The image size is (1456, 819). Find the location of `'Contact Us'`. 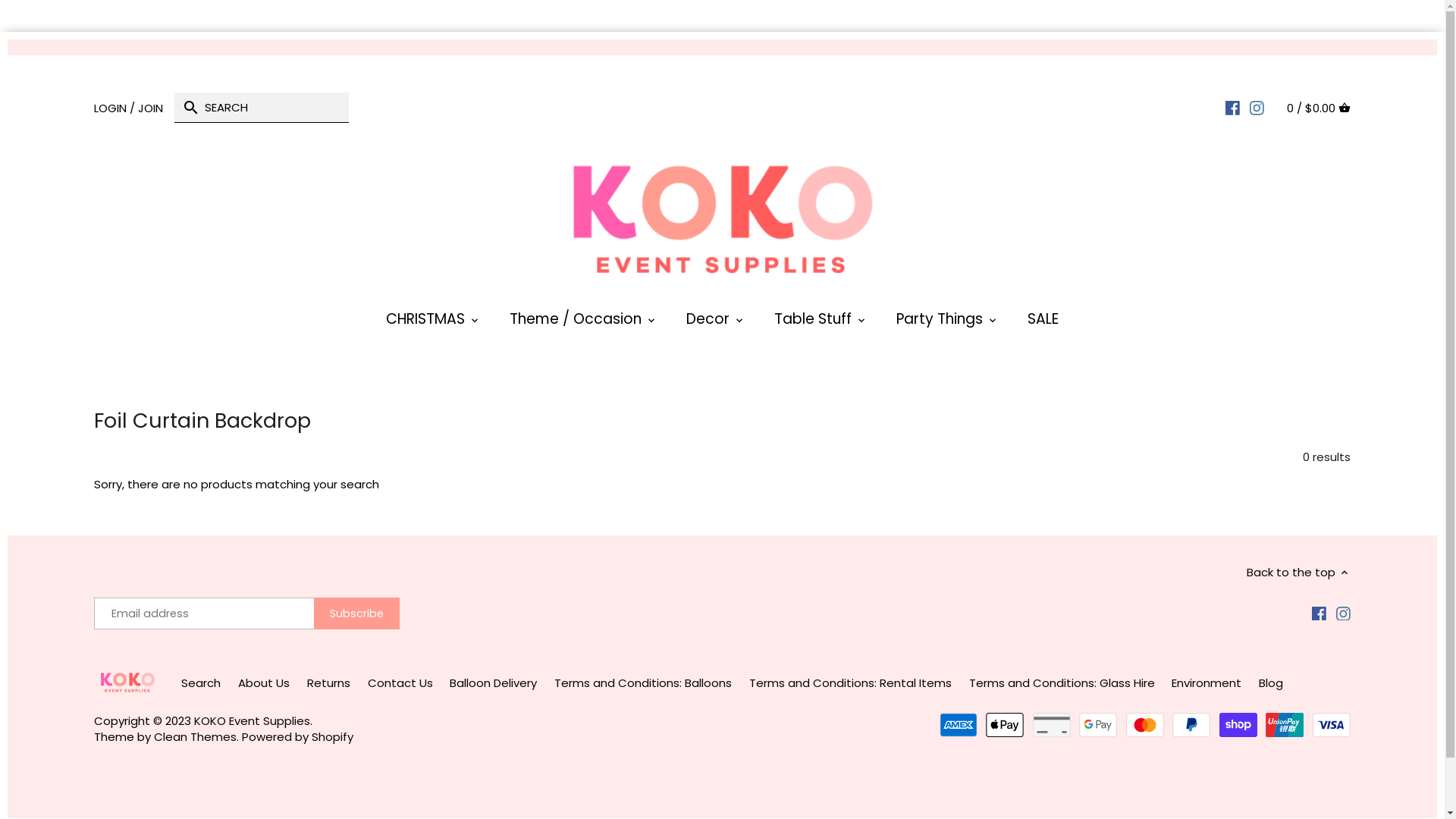

'Contact Us' is located at coordinates (400, 682).